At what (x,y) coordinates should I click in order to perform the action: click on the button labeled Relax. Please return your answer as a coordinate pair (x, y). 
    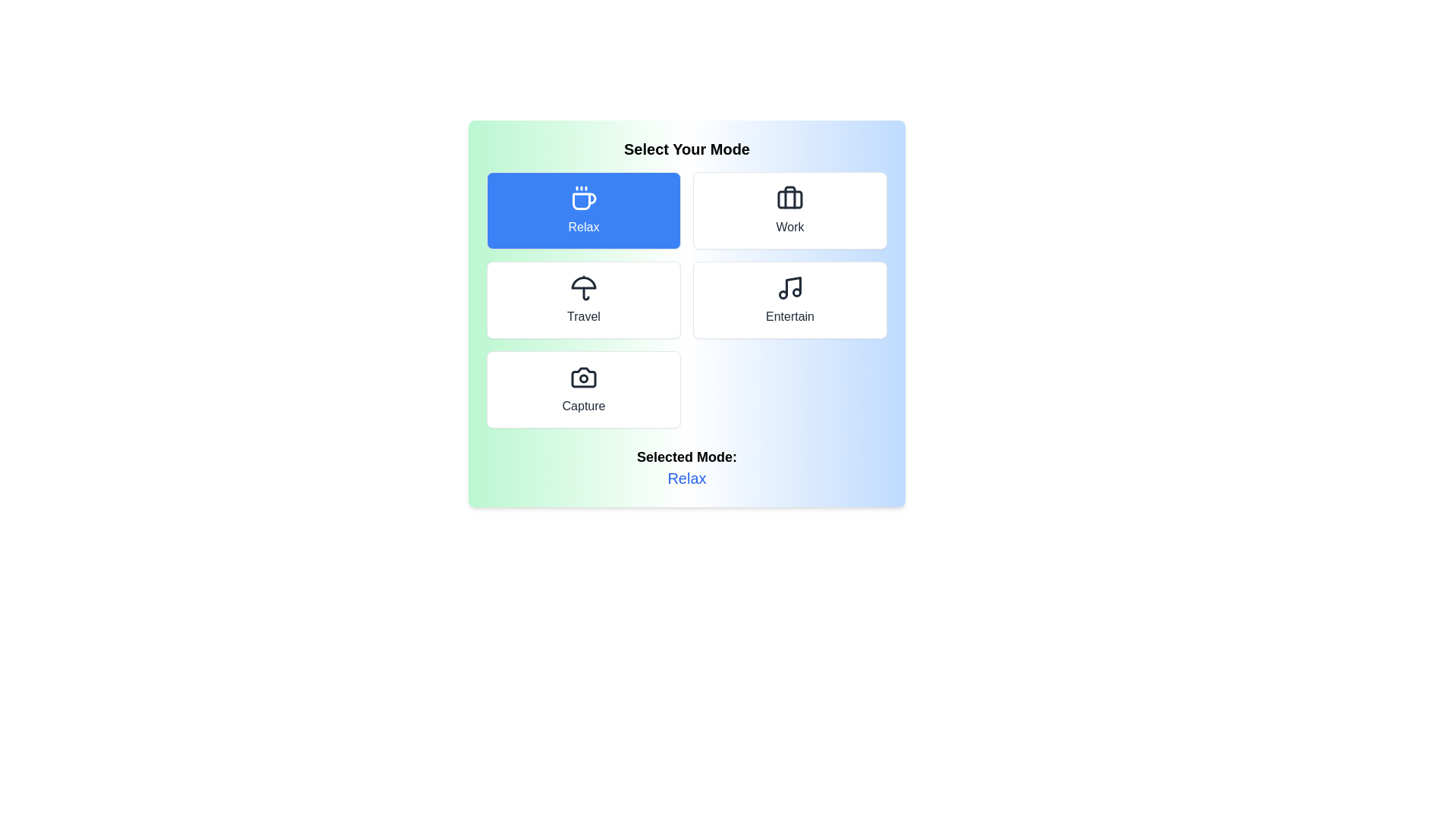
    Looking at the image, I should click on (582, 210).